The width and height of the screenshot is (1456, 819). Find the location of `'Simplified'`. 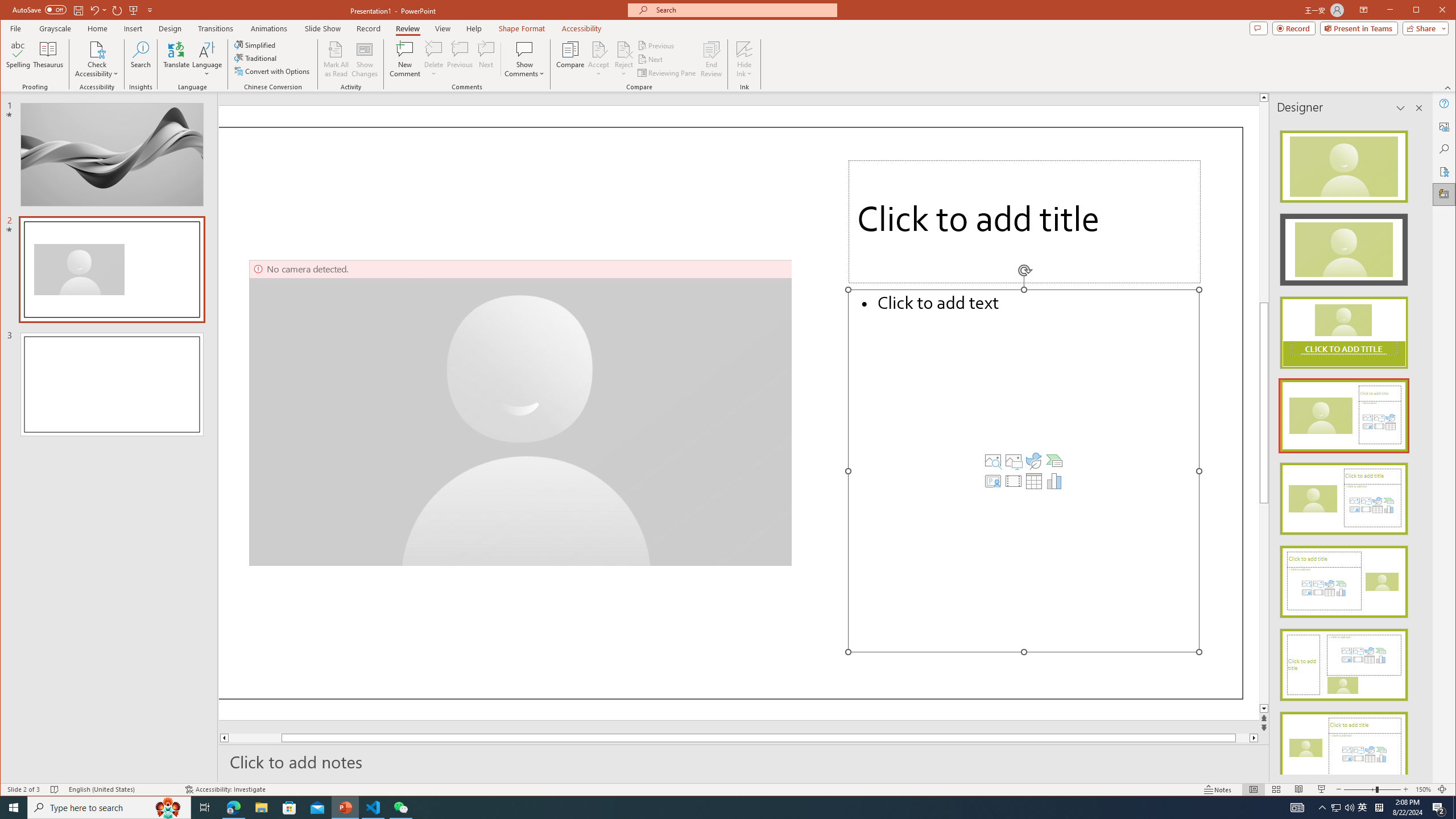

'Simplified' is located at coordinates (255, 44).